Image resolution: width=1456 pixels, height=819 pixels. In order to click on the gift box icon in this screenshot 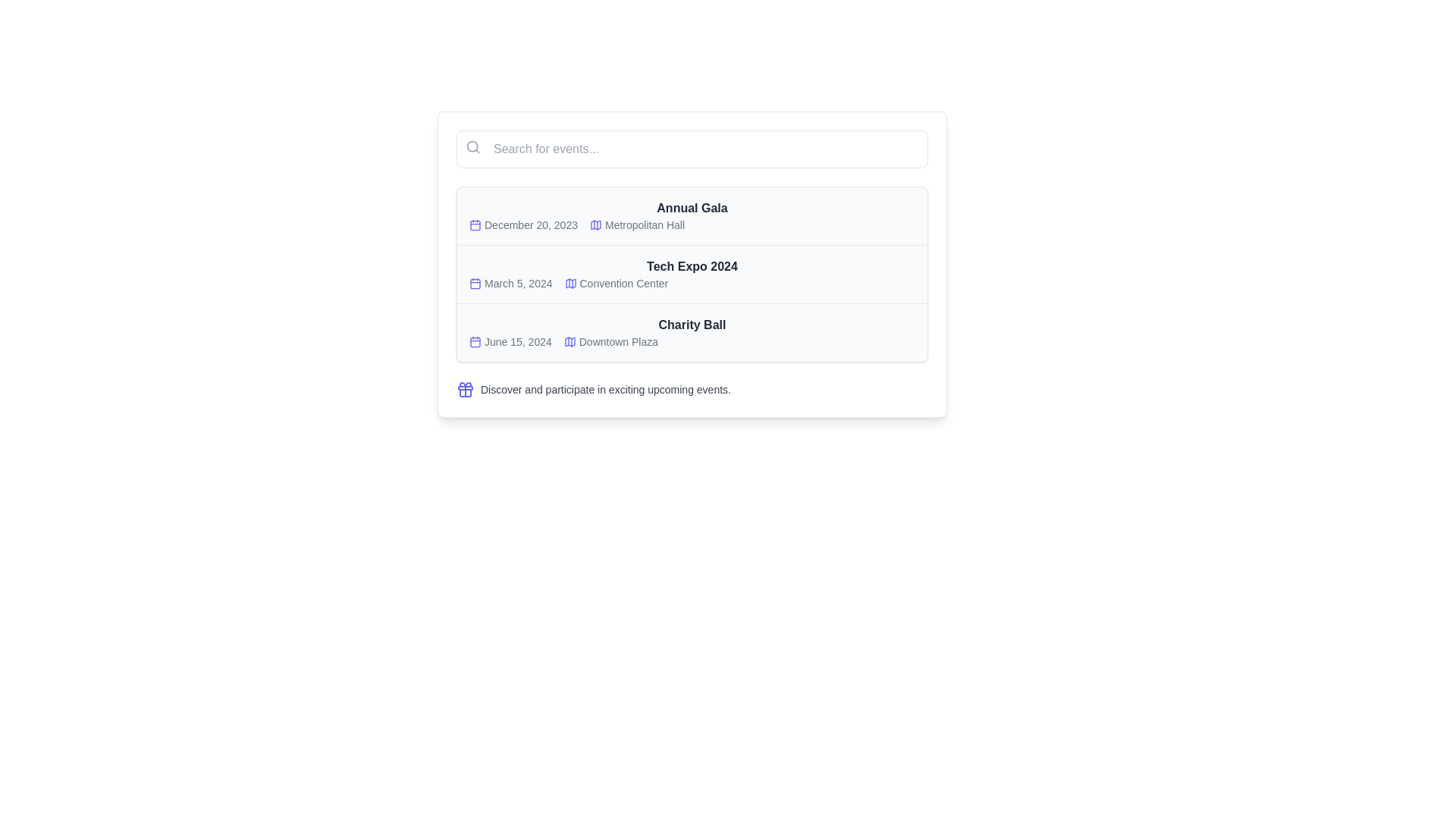, I will do `click(465, 388)`.